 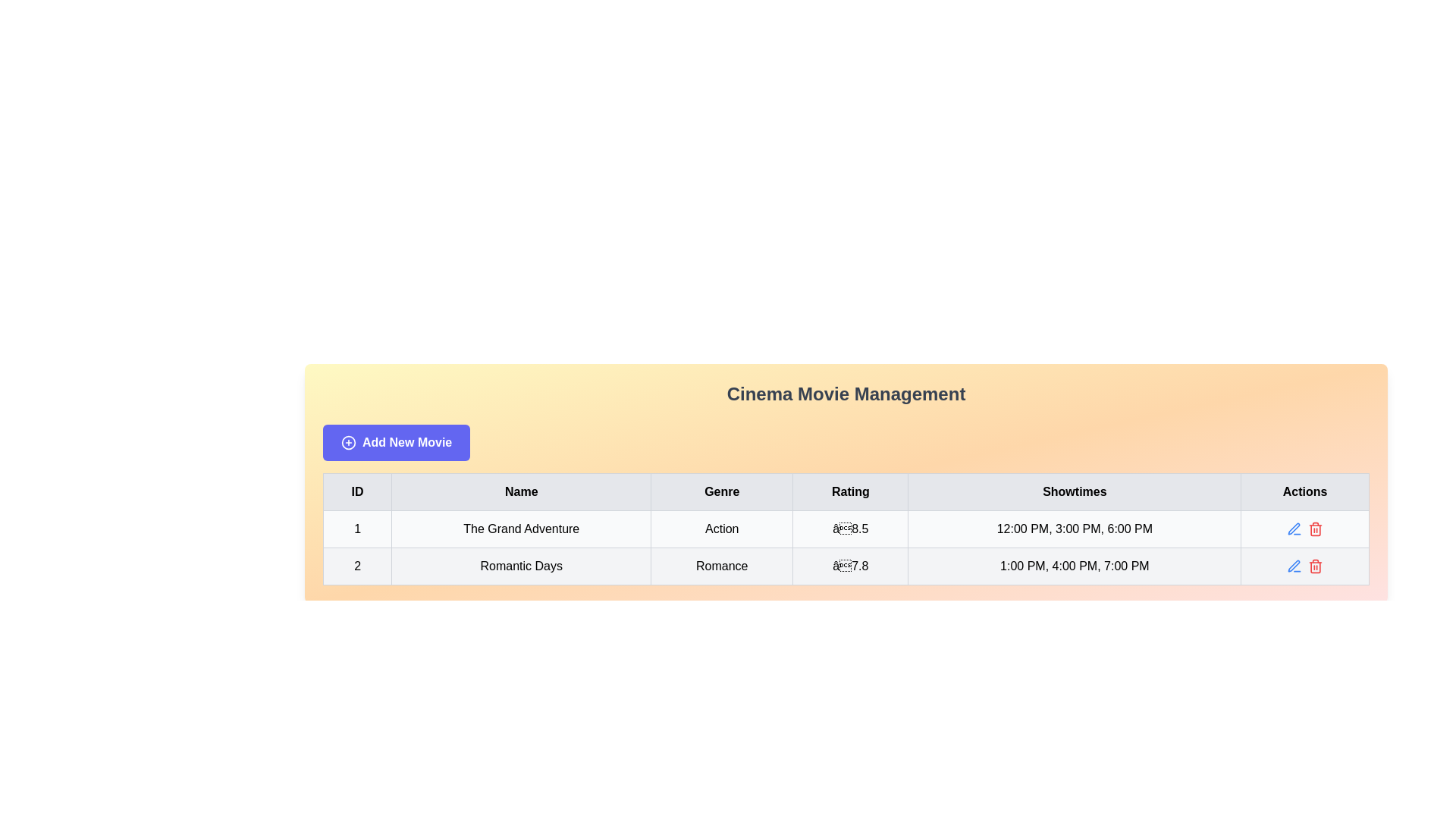 I want to click on the text label 'Romance' in the third cell of the second row under the 'Genre' column, which has a light gray background and is centered in the cell, so click(x=721, y=566).